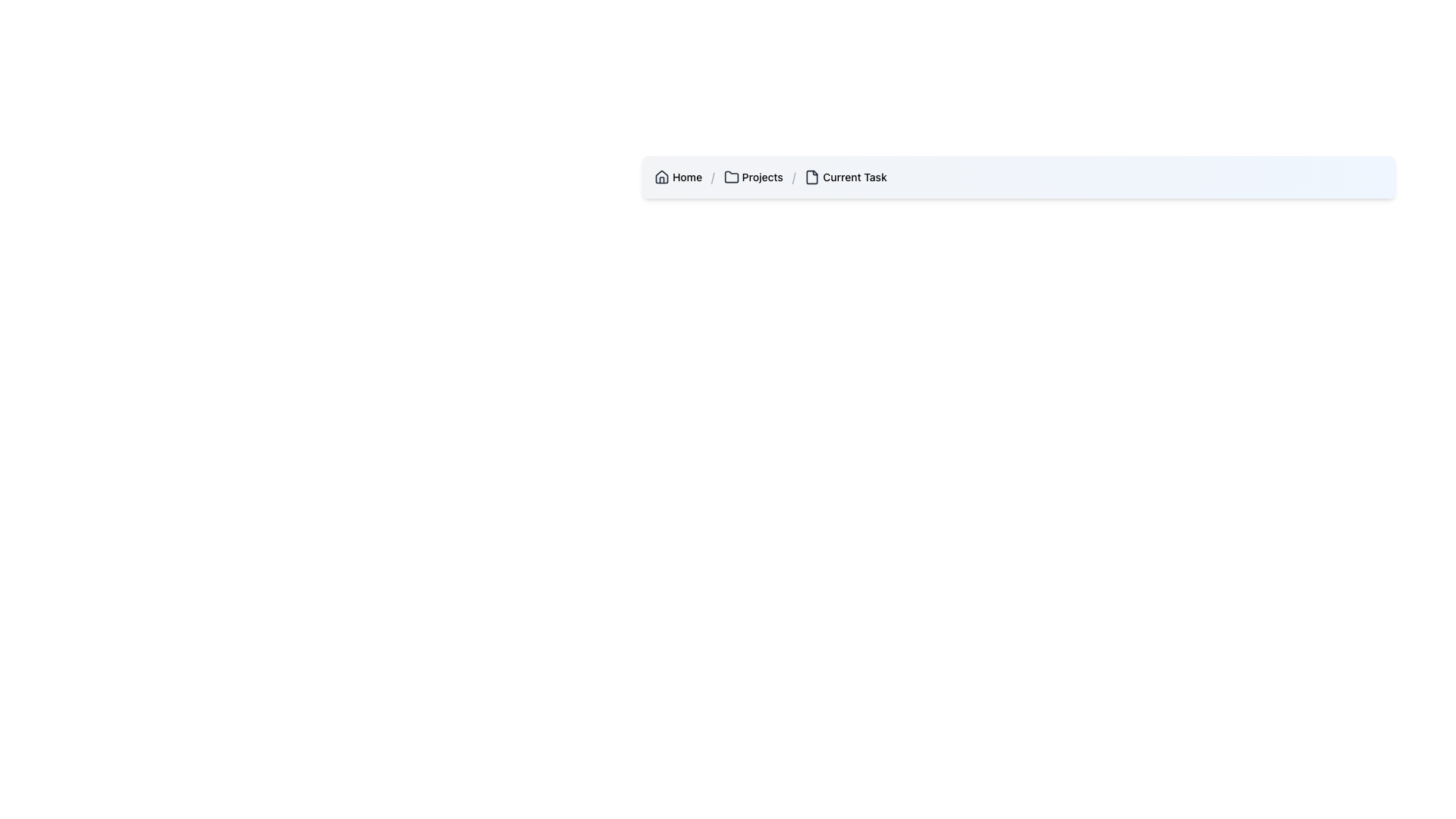 The image size is (1456, 819). I want to click on the 'Home' link in the breadcrumb navigation, so click(677, 177).